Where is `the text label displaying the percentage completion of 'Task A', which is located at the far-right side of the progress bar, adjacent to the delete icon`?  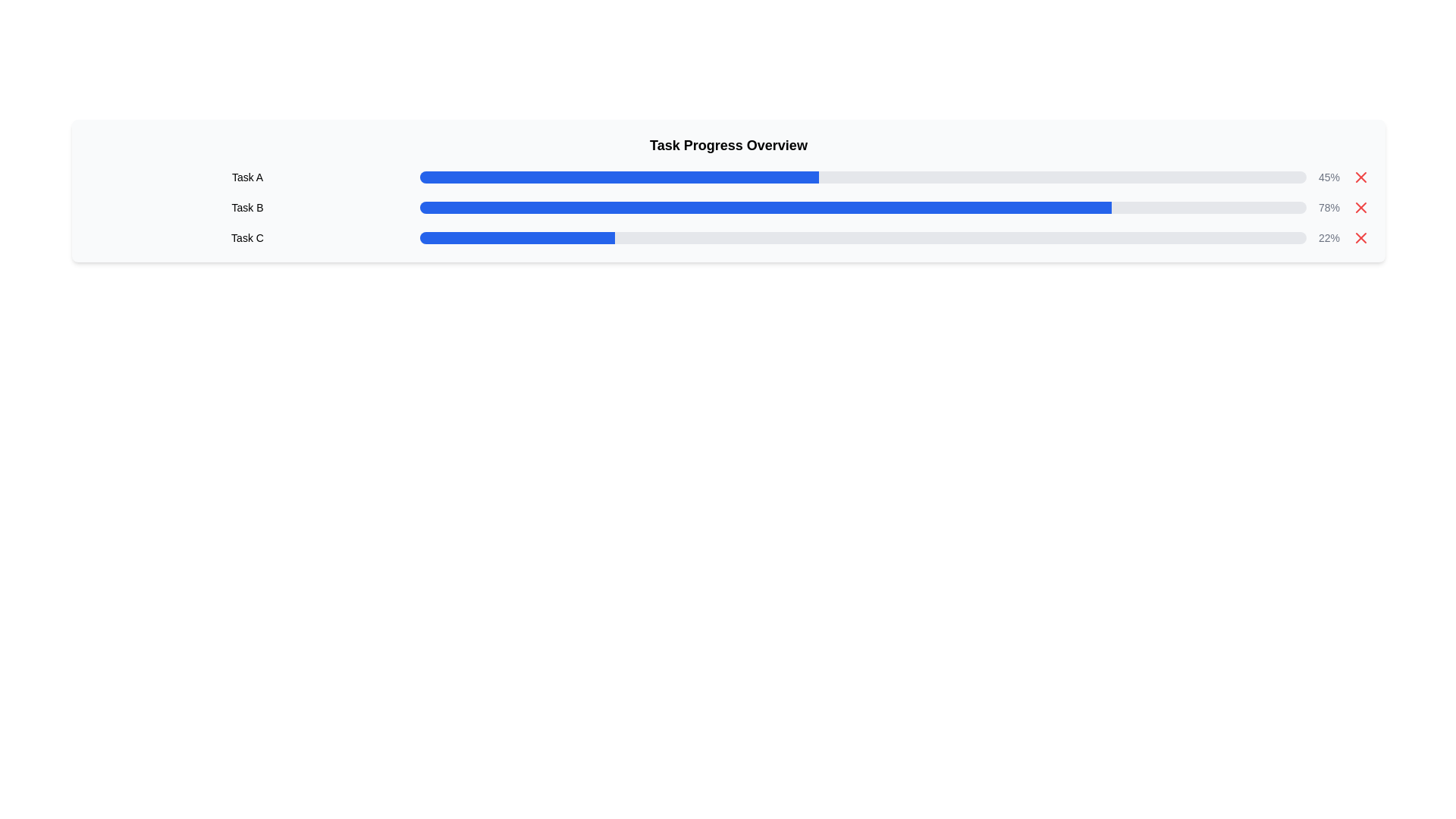
the text label displaying the percentage completion of 'Task A', which is located at the far-right side of the progress bar, adjacent to the delete icon is located at coordinates (1328, 177).